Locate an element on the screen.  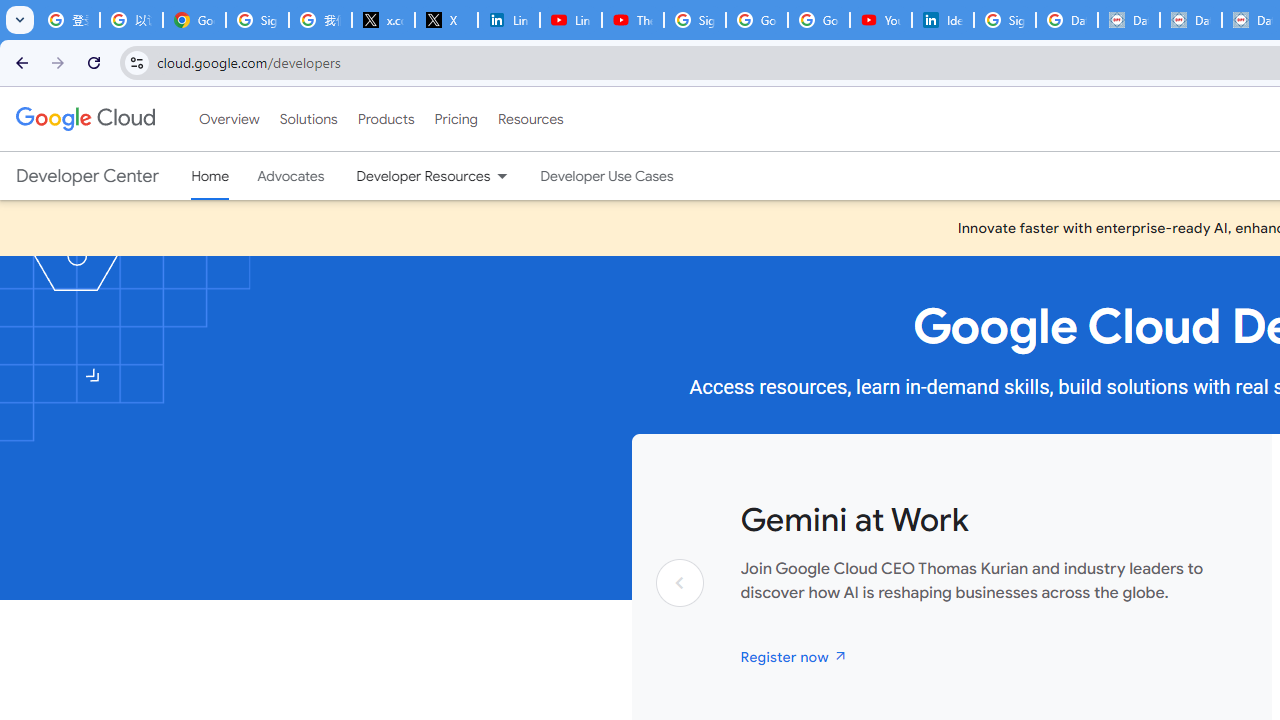
'Advocates' is located at coordinates (290, 175).